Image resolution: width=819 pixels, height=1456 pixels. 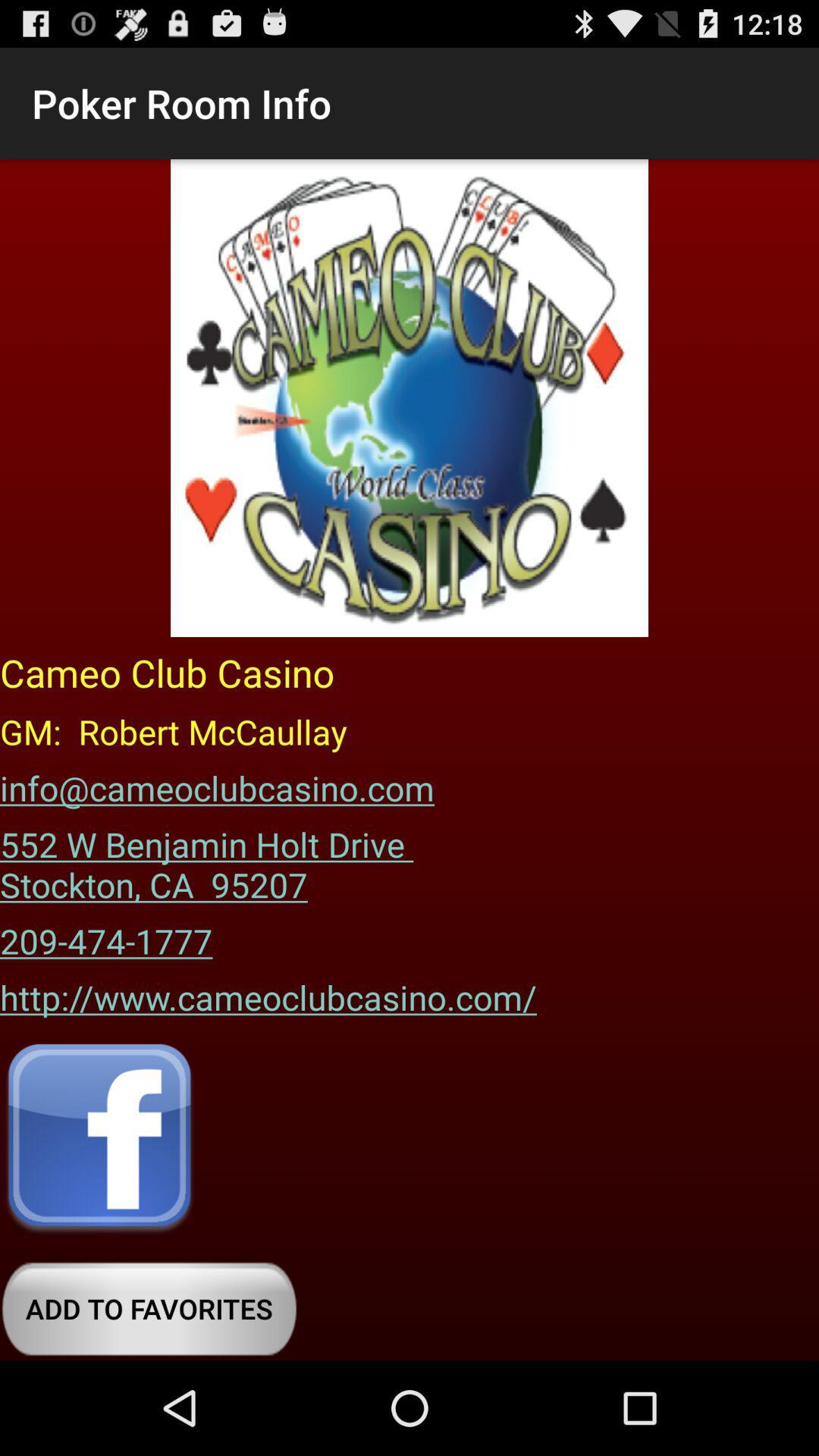 What do you see at coordinates (268, 992) in the screenshot?
I see `the app below the 209-474-1777 item` at bounding box center [268, 992].